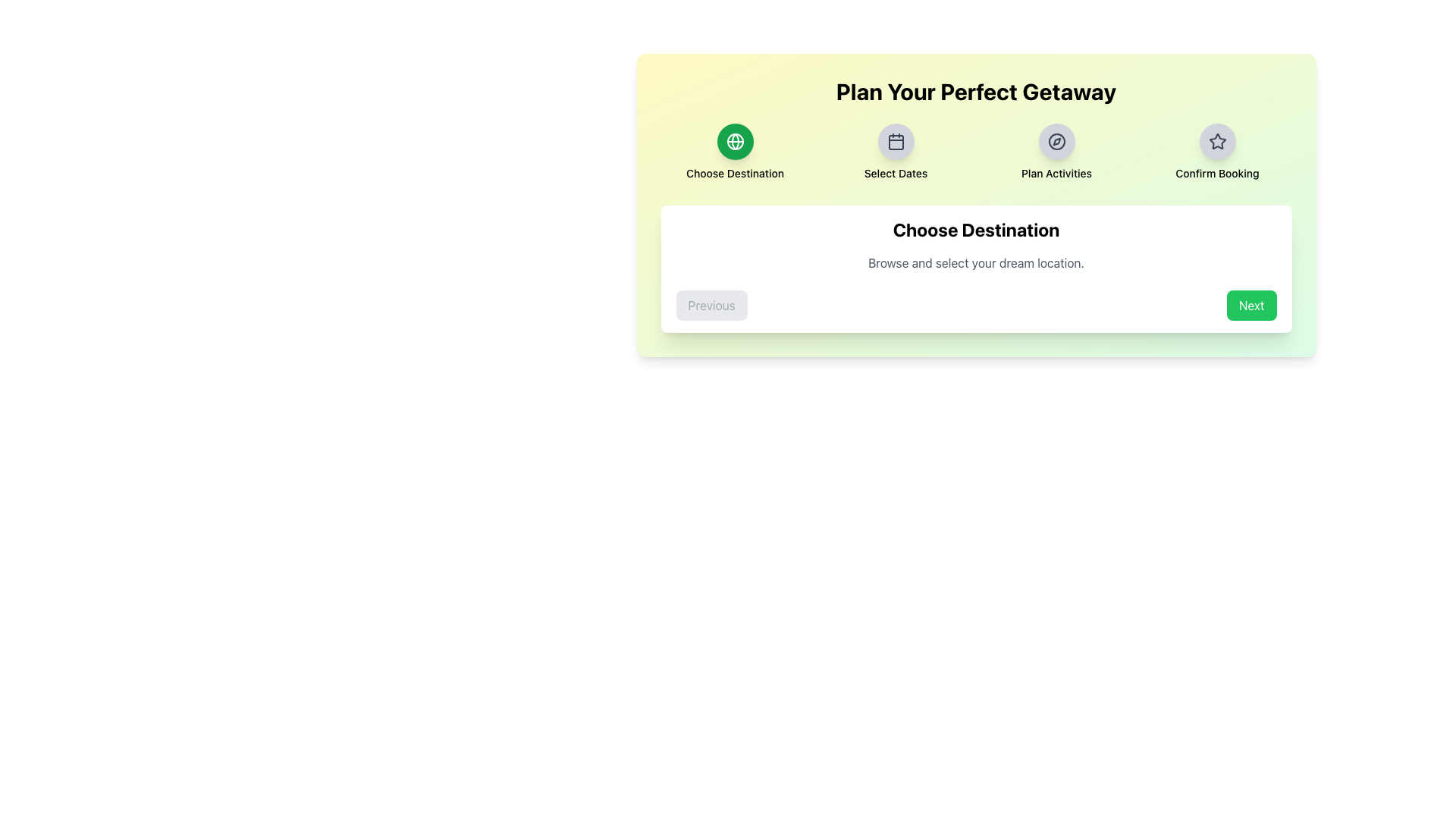 This screenshot has width=1456, height=819. What do you see at coordinates (896, 152) in the screenshot?
I see `the circular Section Button with a calendar symbol inside it, located beneath the 'Select Dates' caption, situated between the 'Choose Destination' and 'Plan Activities' sections` at bounding box center [896, 152].